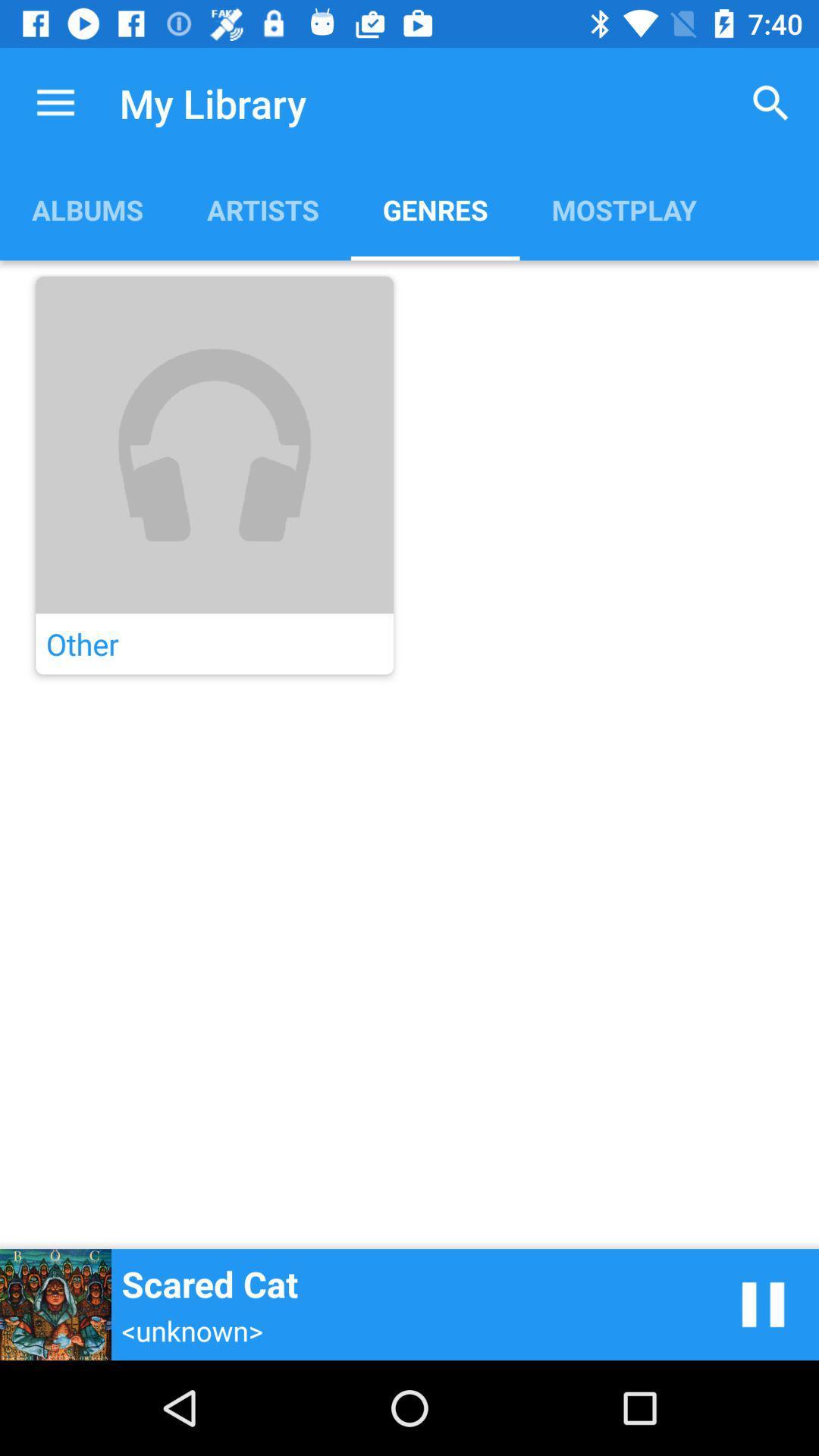 The height and width of the screenshot is (1456, 819). I want to click on artists, so click(262, 209).